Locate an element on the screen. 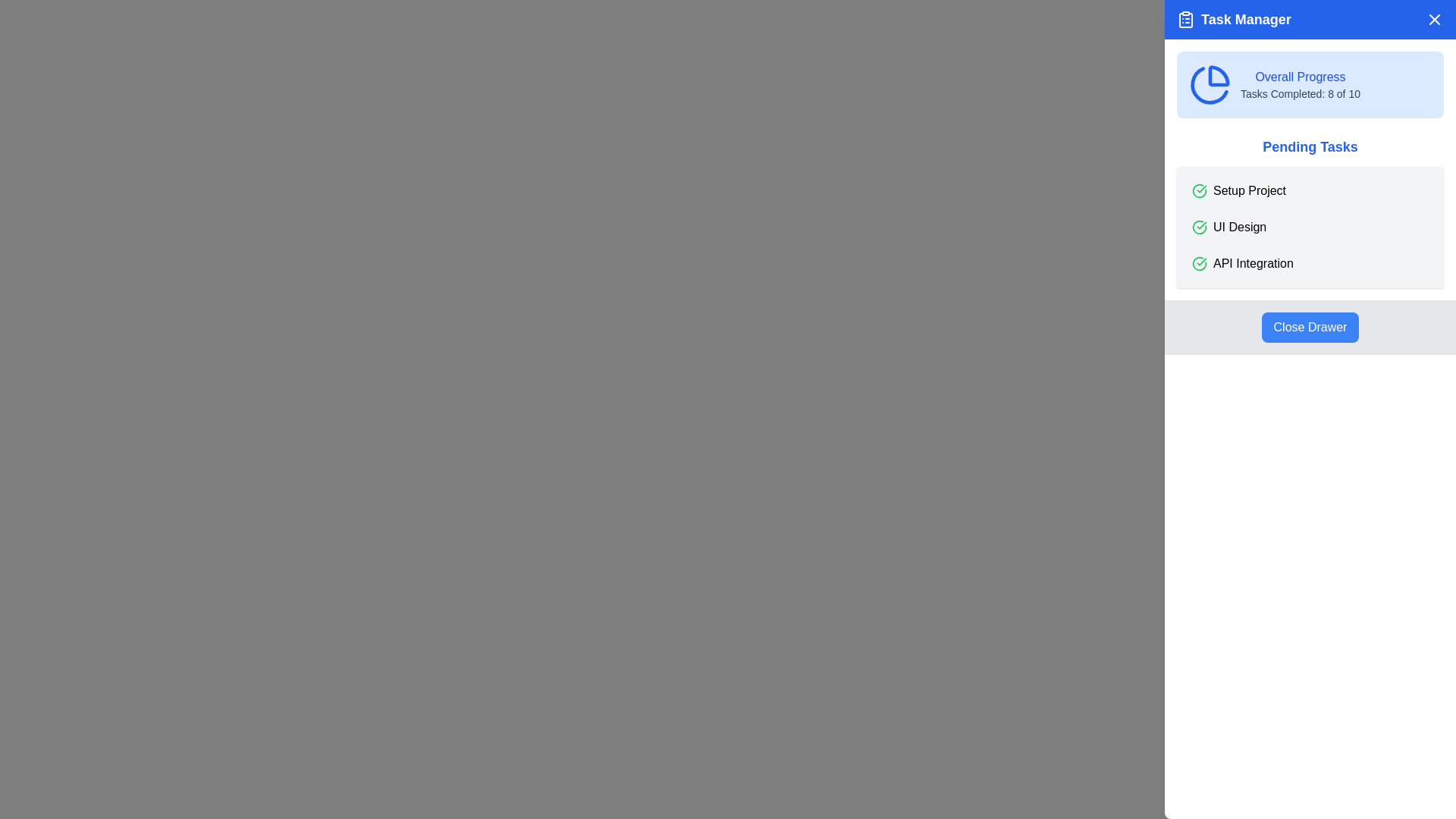 Image resolution: width=1456 pixels, height=819 pixels. the 'Pending Tasks' header text, which is styled with a bold font, larger text size, and blue color, located in the 'Task Manager' section above the list of tasks is located at coordinates (1310, 146).